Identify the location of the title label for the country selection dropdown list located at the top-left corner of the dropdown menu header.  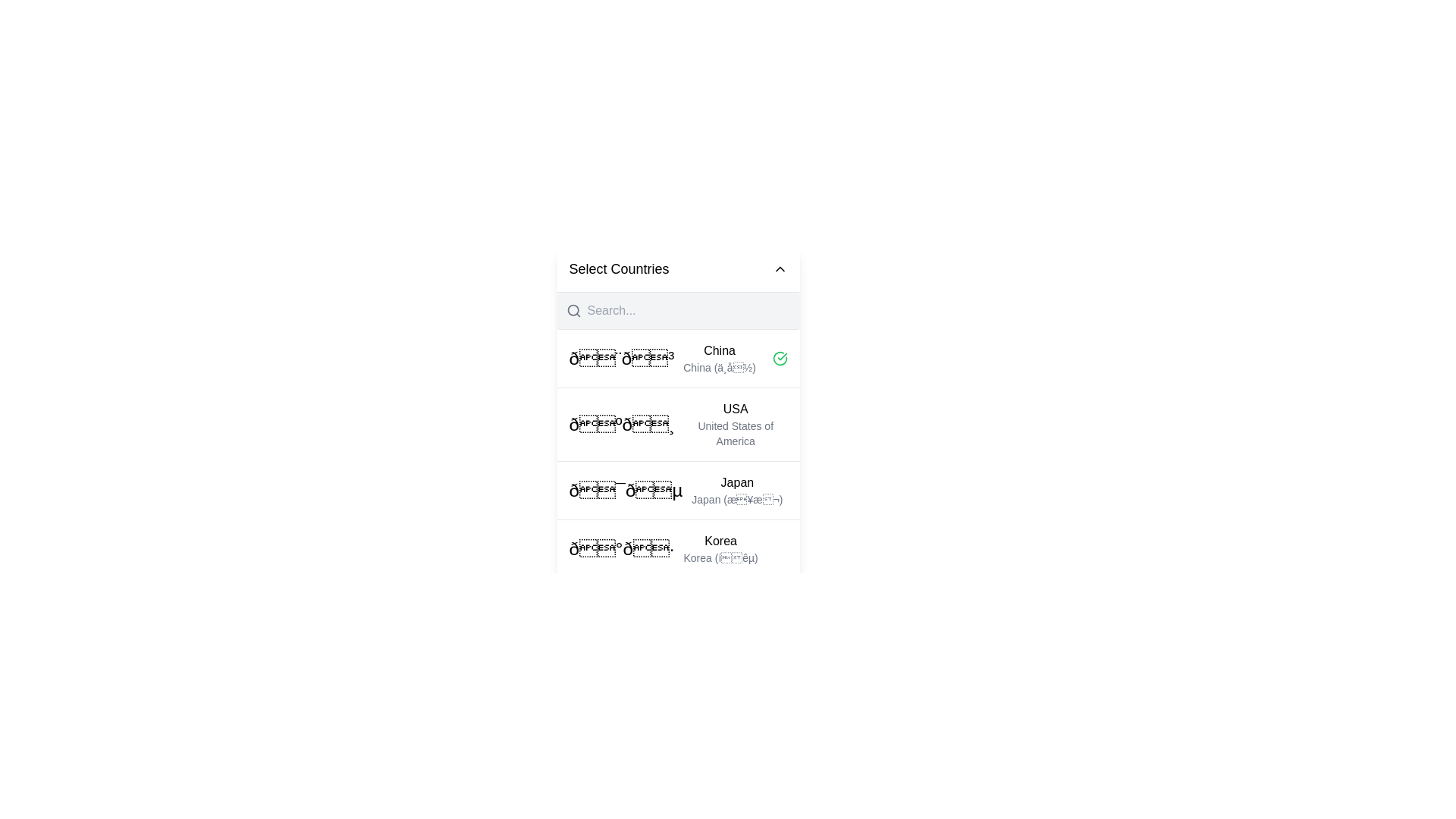
(619, 268).